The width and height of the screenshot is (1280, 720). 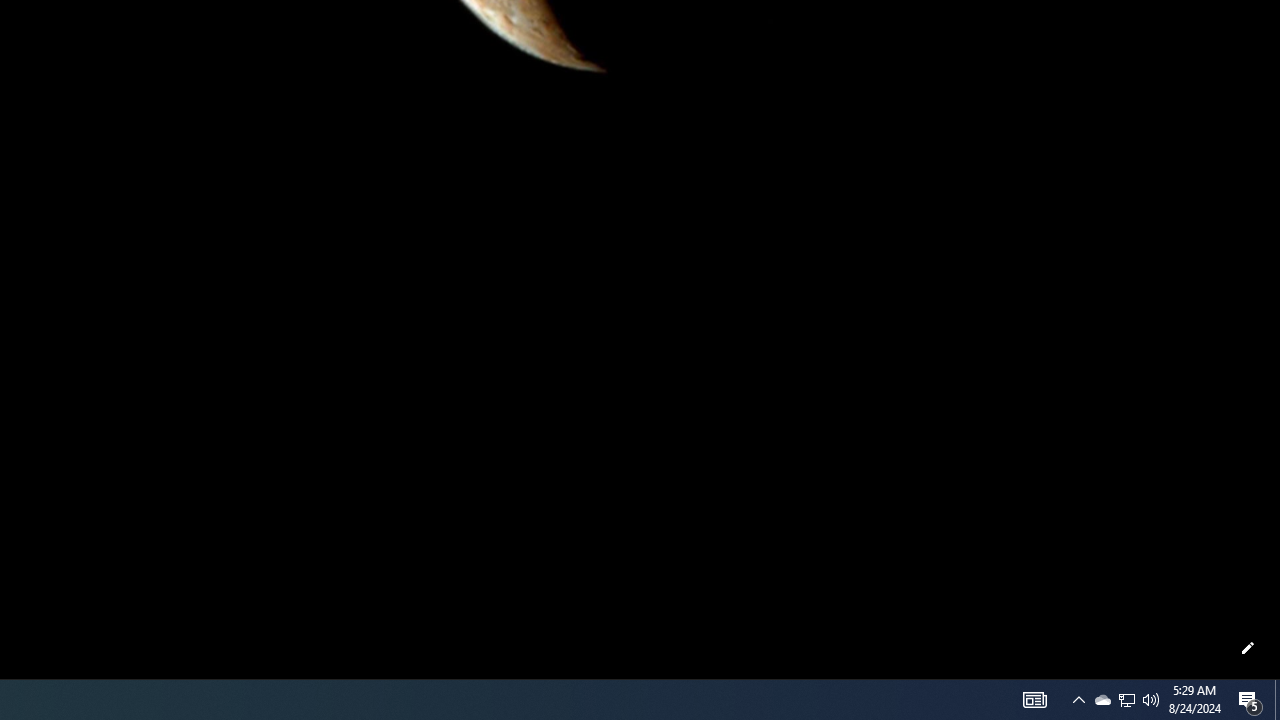 I want to click on 'Customize this page', so click(x=1247, y=648).